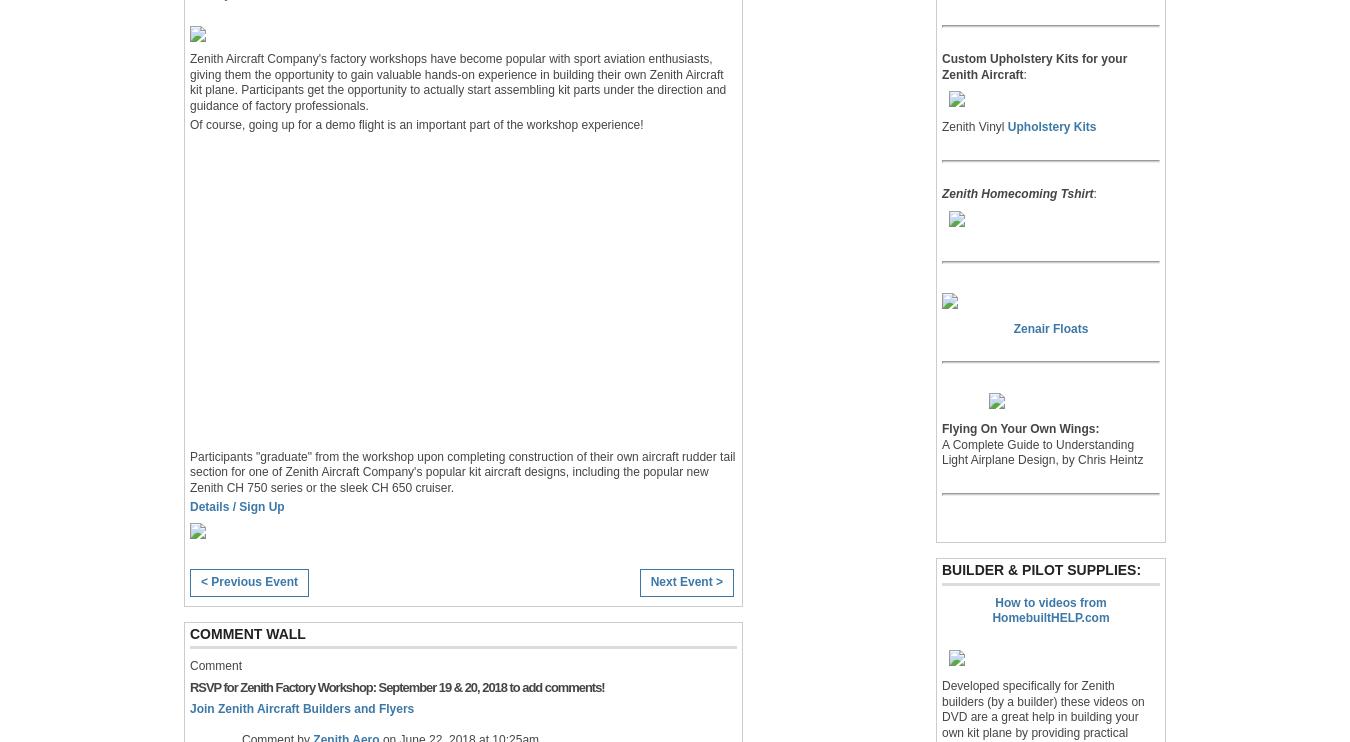 The image size is (1350, 742). I want to click on 'Details / Sign Up', so click(236, 505).